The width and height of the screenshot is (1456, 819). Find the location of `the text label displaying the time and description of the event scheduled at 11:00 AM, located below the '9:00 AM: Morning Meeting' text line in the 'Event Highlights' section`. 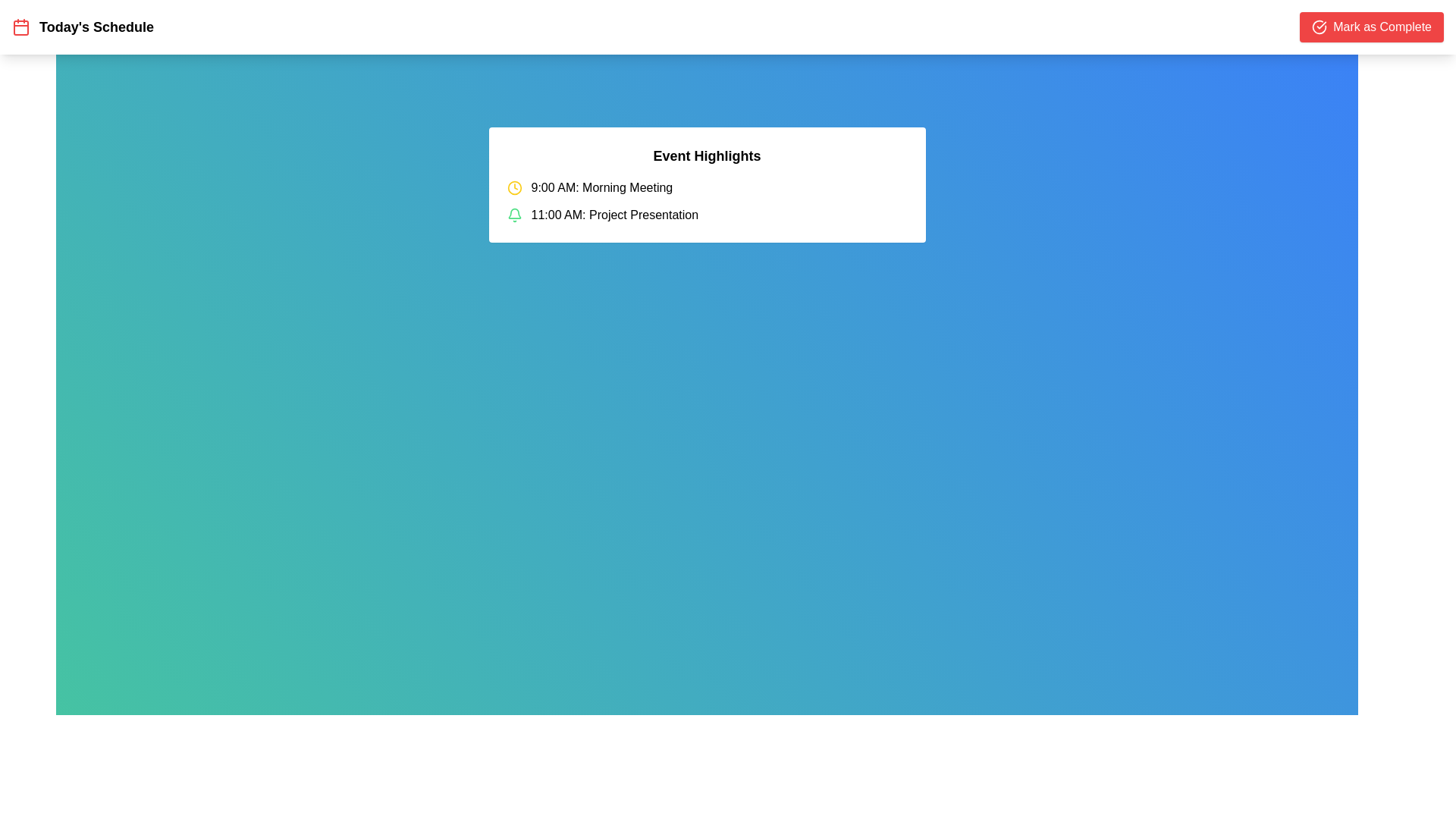

the text label displaying the time and description of the event scheduled at 11:00 AM, located below the '9:00 AM: Morning Meeting' text line in the 'Event Highlights' section is located at coordinates (614, 215).